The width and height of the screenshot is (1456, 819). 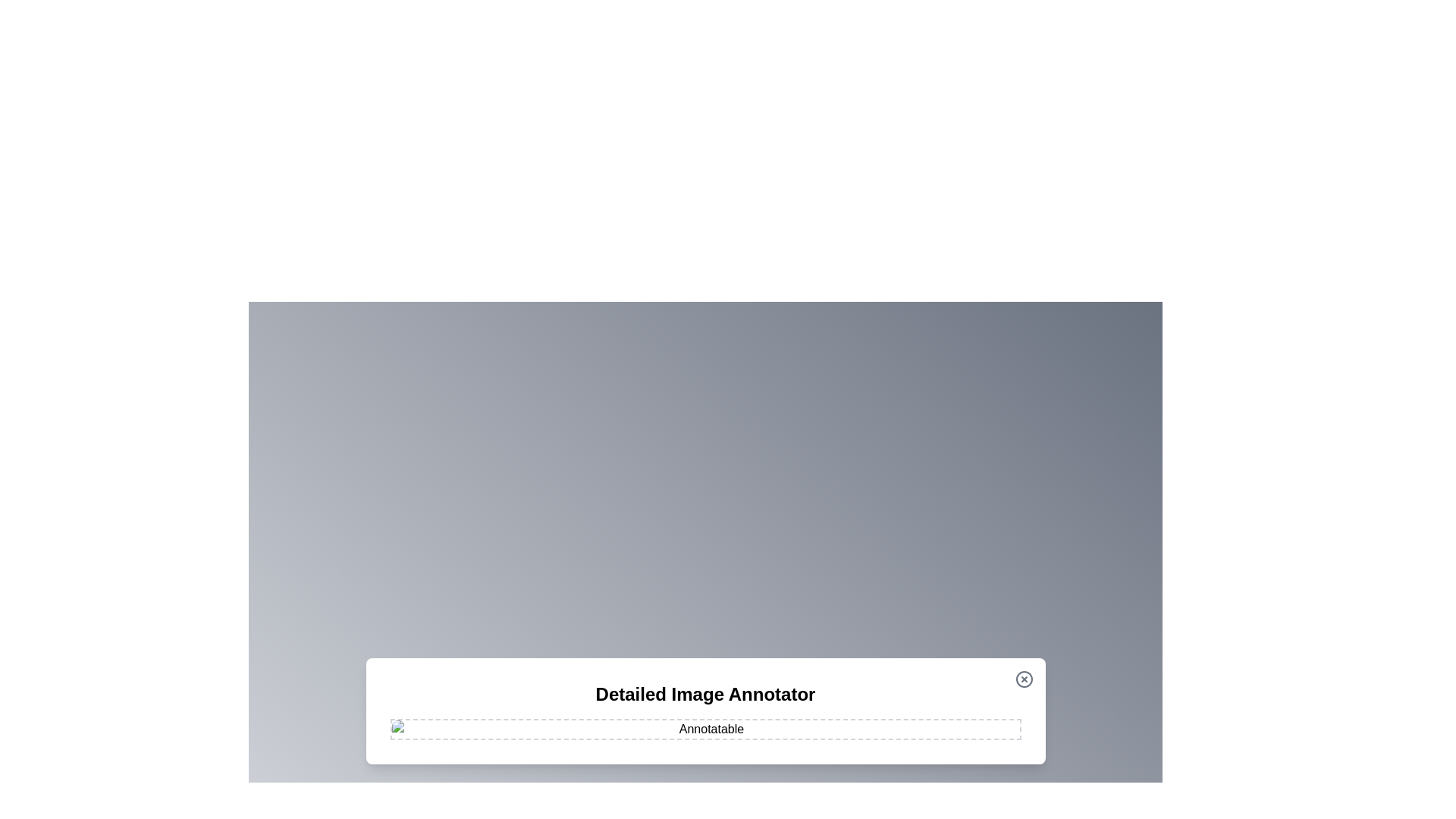 I want to click on the image at coordinates (1147, 962) to add an annotation, so click(x=870, y=728).